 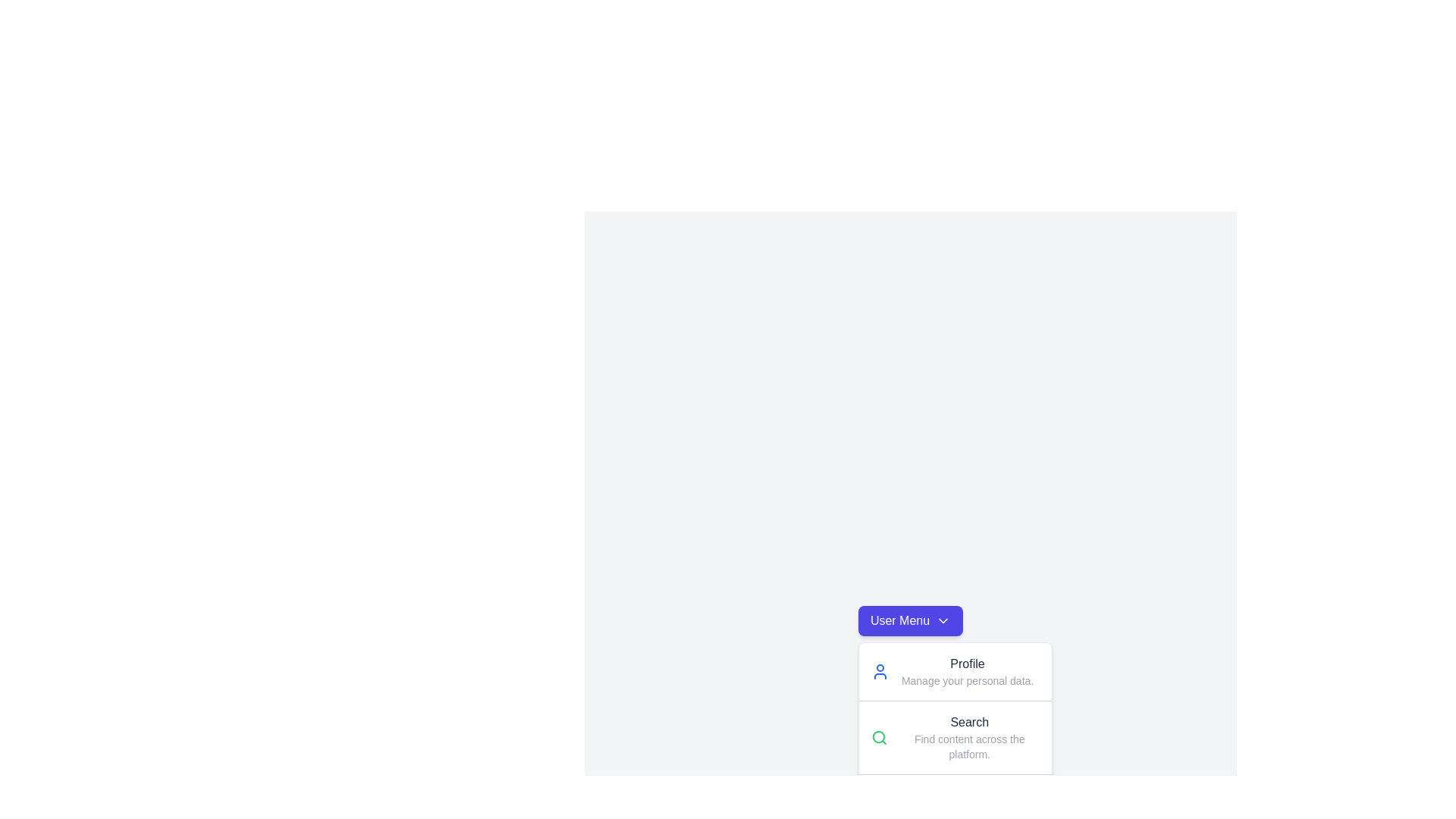 I want to click on the 'Search' label inside the dropdown menu under the 'User Menu' button, which describes the search functionality, so click(x=968, y=721).